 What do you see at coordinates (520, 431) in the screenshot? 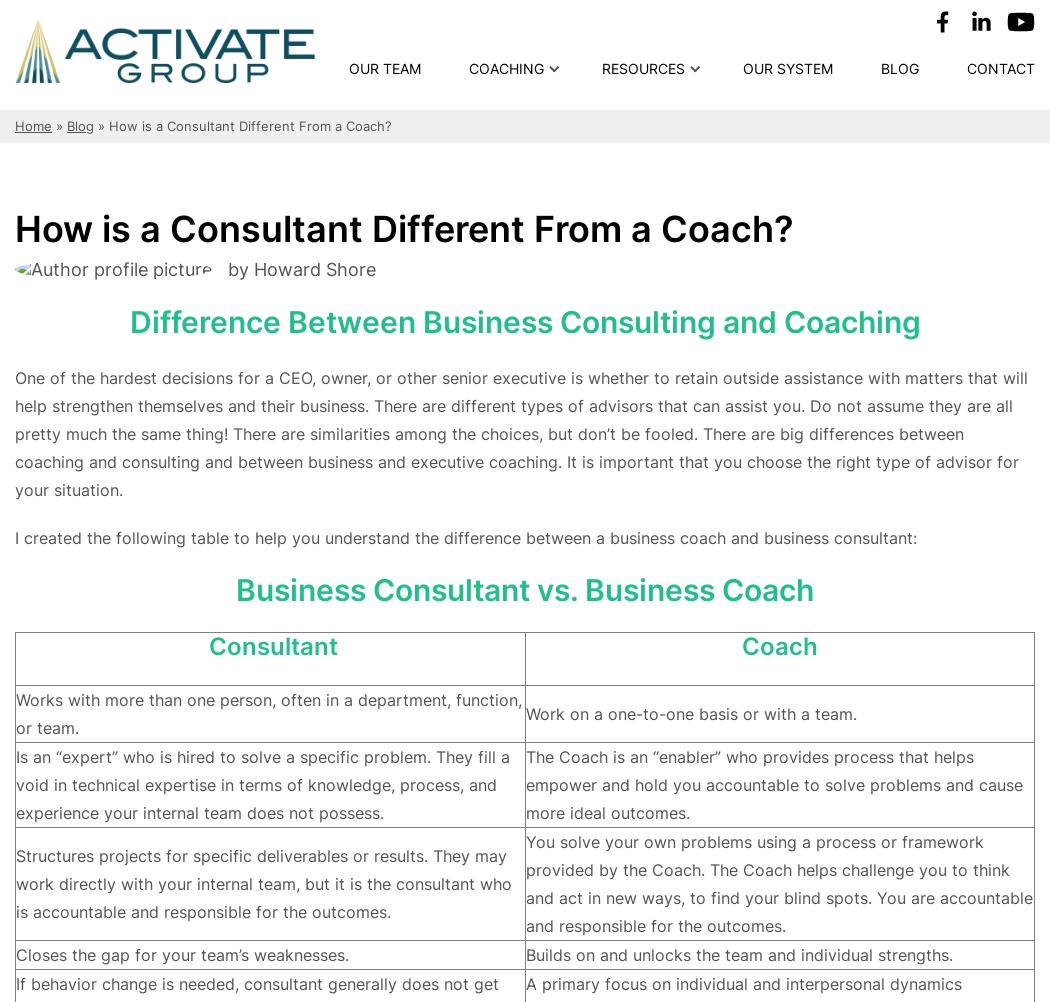
I see `'One of the hardest decisions for a CEO, owner, or other senior executive is whether to retain outside assistance with matters that will help strengthen themselves and their business. There are different types of advisors that can assist you. Do not assume they are all pretty much the same thing! There are similarities among the choices, but don’t be fooled. There are big differences between coaching and consulting and between business and executive coaching. It is important that you choose the right type of advisor for your situation.'` at bounding box center [520, 431].